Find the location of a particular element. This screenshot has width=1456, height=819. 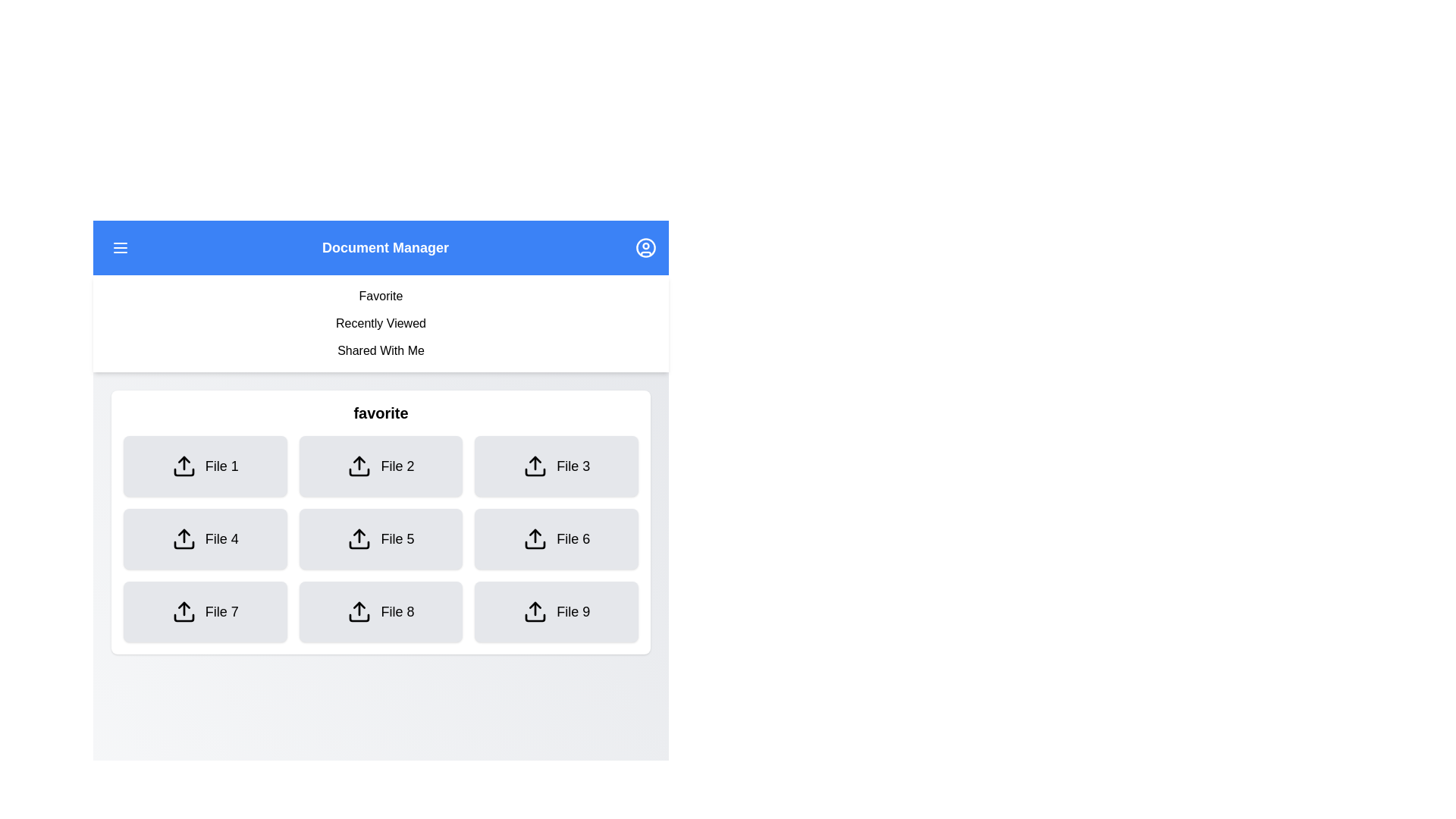

the tab option Shared With Me by clicking on it is located at coordinates (381, 350).